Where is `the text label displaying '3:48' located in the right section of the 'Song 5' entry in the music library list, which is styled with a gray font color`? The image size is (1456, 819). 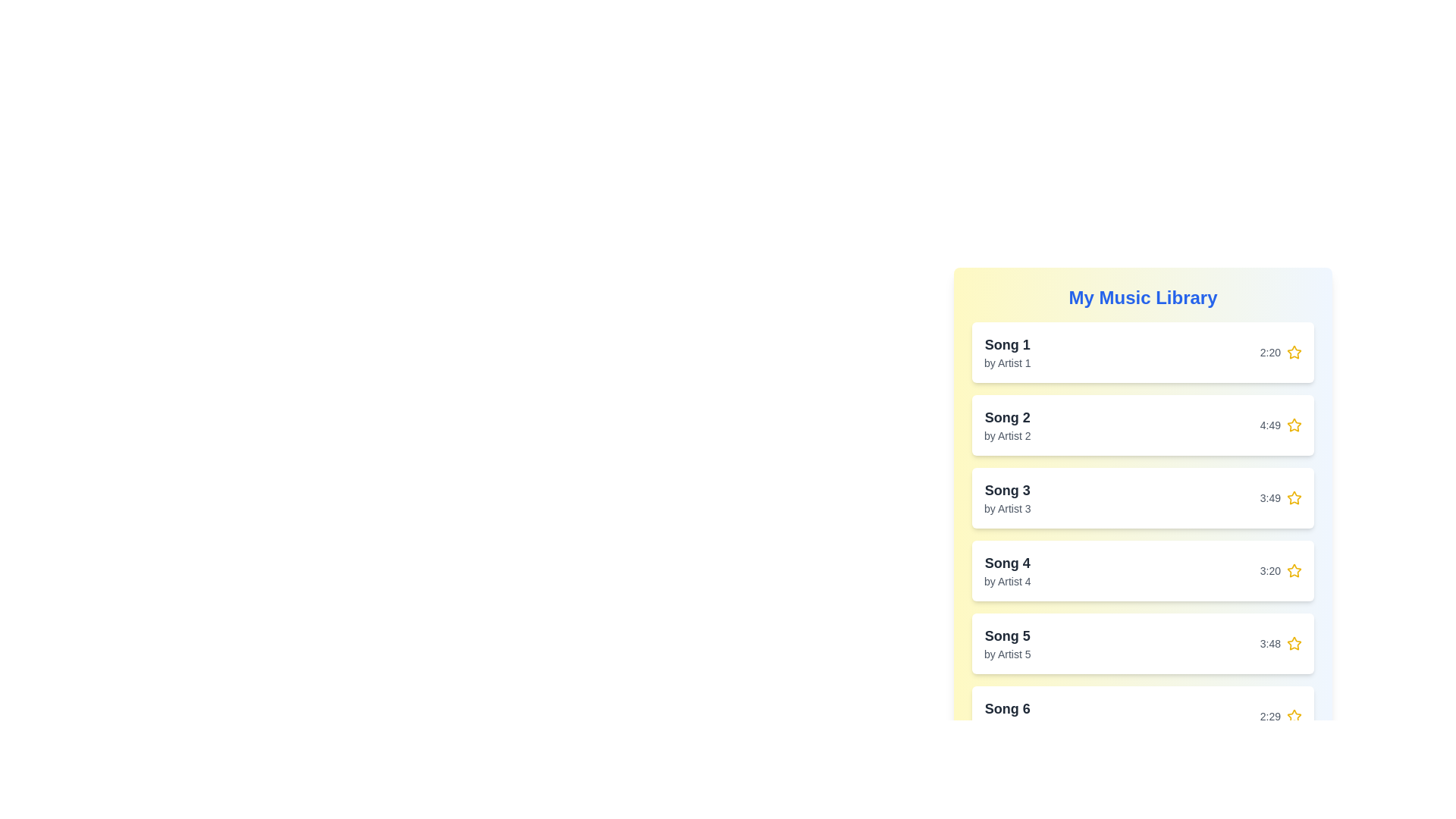 the text label displaying '3:48' located in the right section of the 'Song 5' entry in the music library list, which is styled with a gray font color is located at coordinates (1270, 643).